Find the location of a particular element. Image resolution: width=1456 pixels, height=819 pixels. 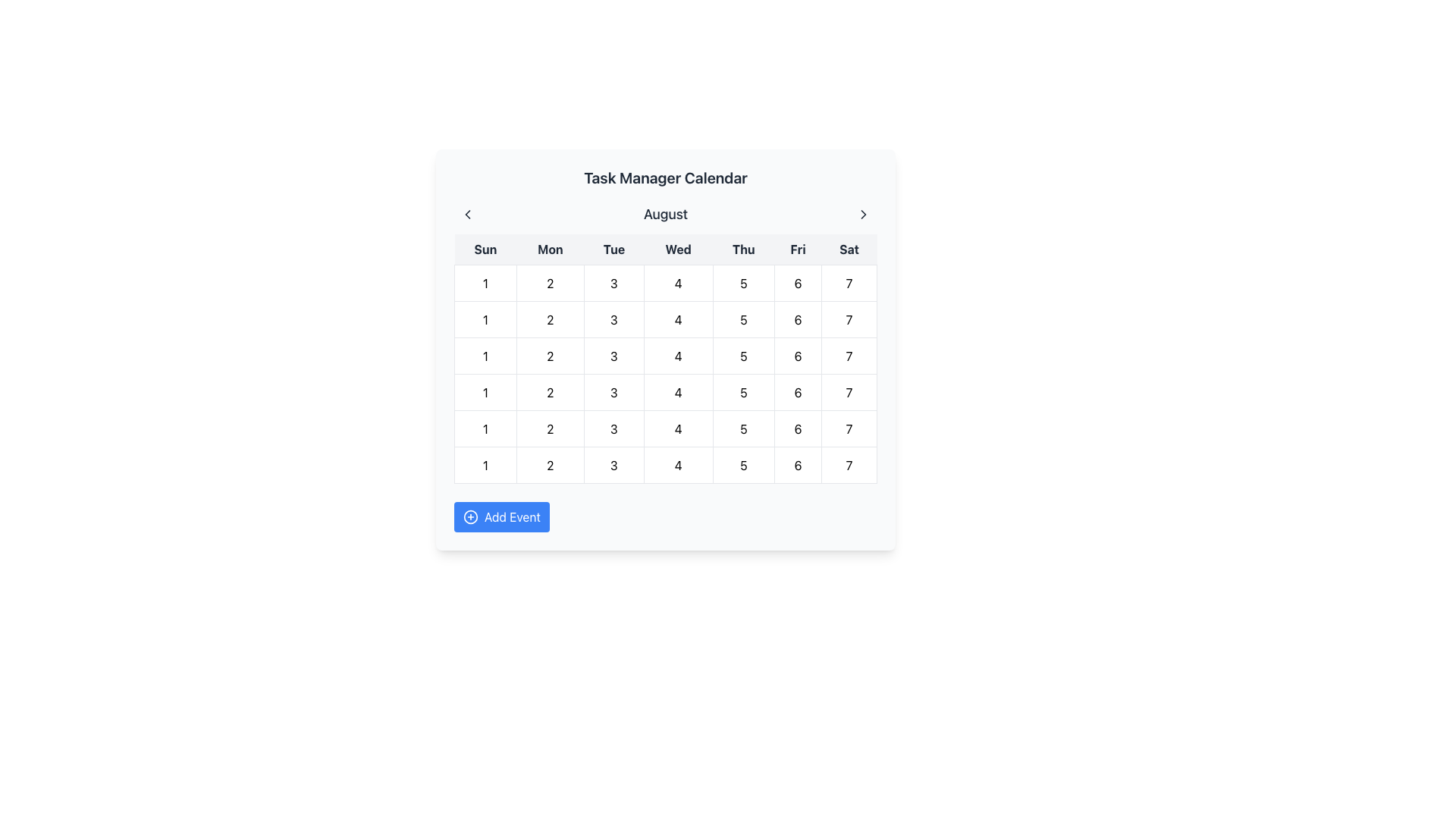

the grid cell containing the number '2' is located at coordinates (549, 356).